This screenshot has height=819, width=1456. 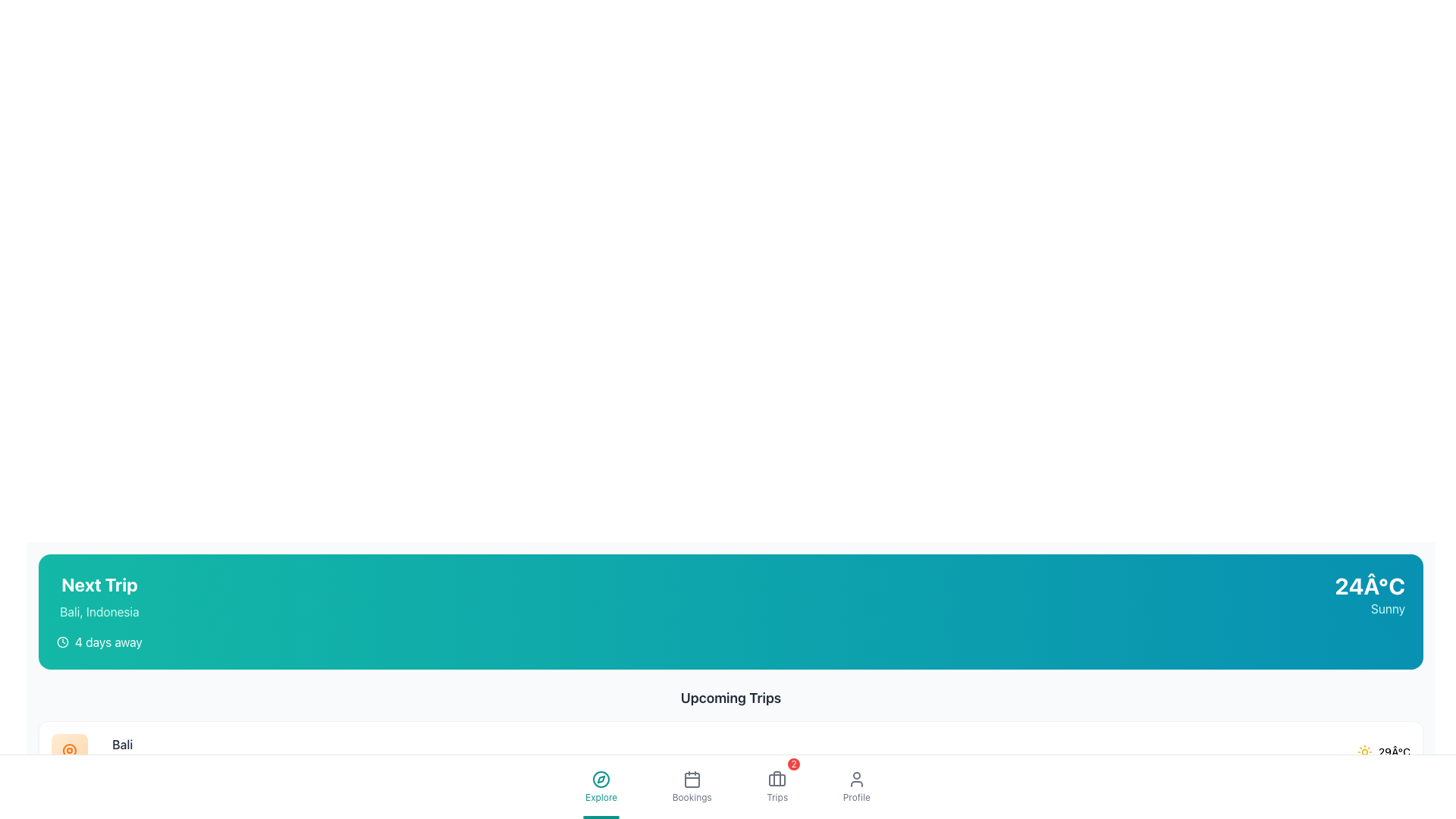 What do you see at coordinates (122, 752) in the screenshot?
I see `the text label indicating the destination associated with a trip entry under the 'Upcoming Trips' section for more information` at bounding box center [122, 752].